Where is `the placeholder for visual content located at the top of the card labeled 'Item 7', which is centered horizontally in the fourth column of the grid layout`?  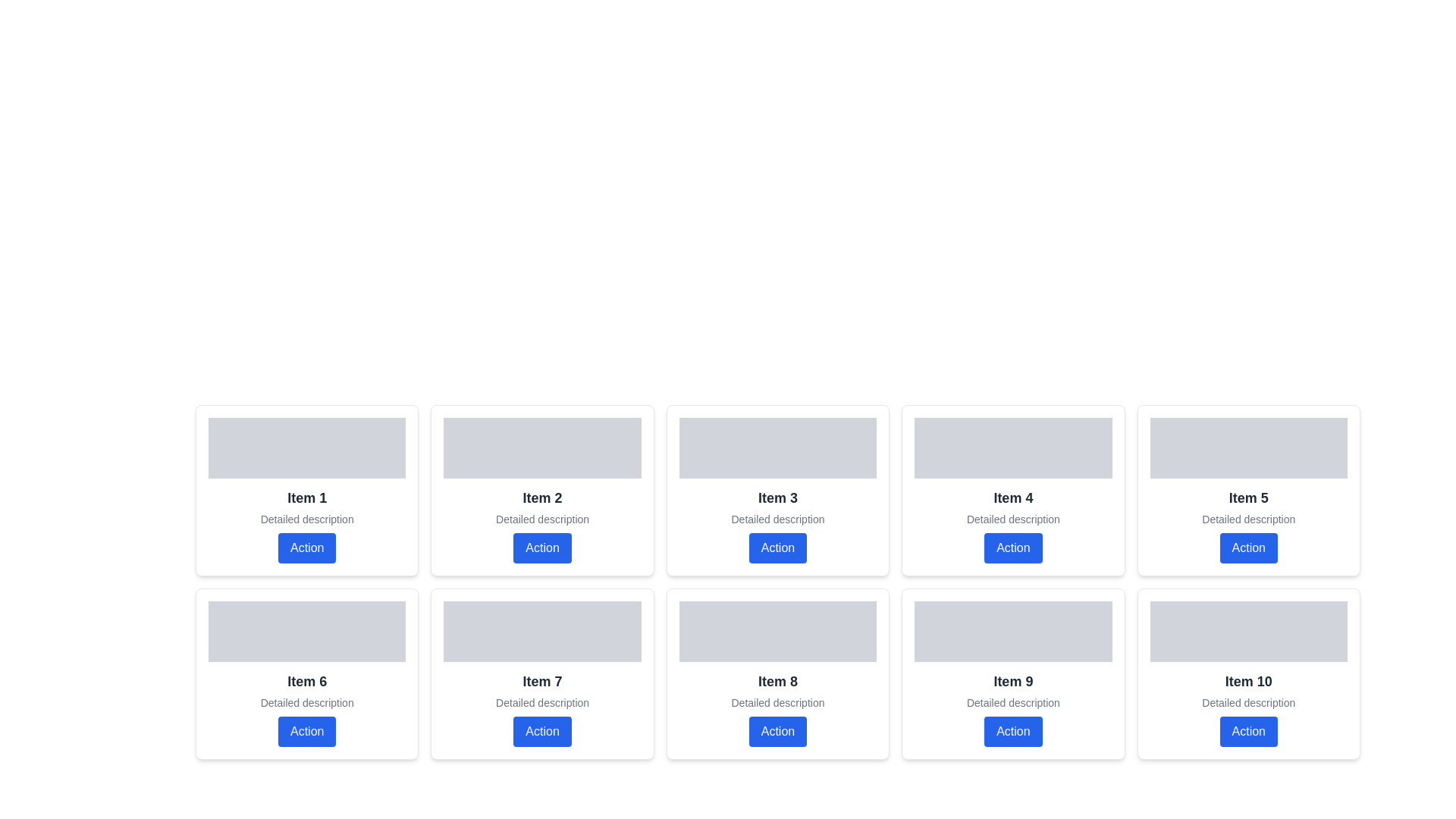 the placeholder for visual content located at the top of the card labeled 'Item 7', which is centered horizontally in the fourth column of the grid layout is located at coordinates (542, 632).